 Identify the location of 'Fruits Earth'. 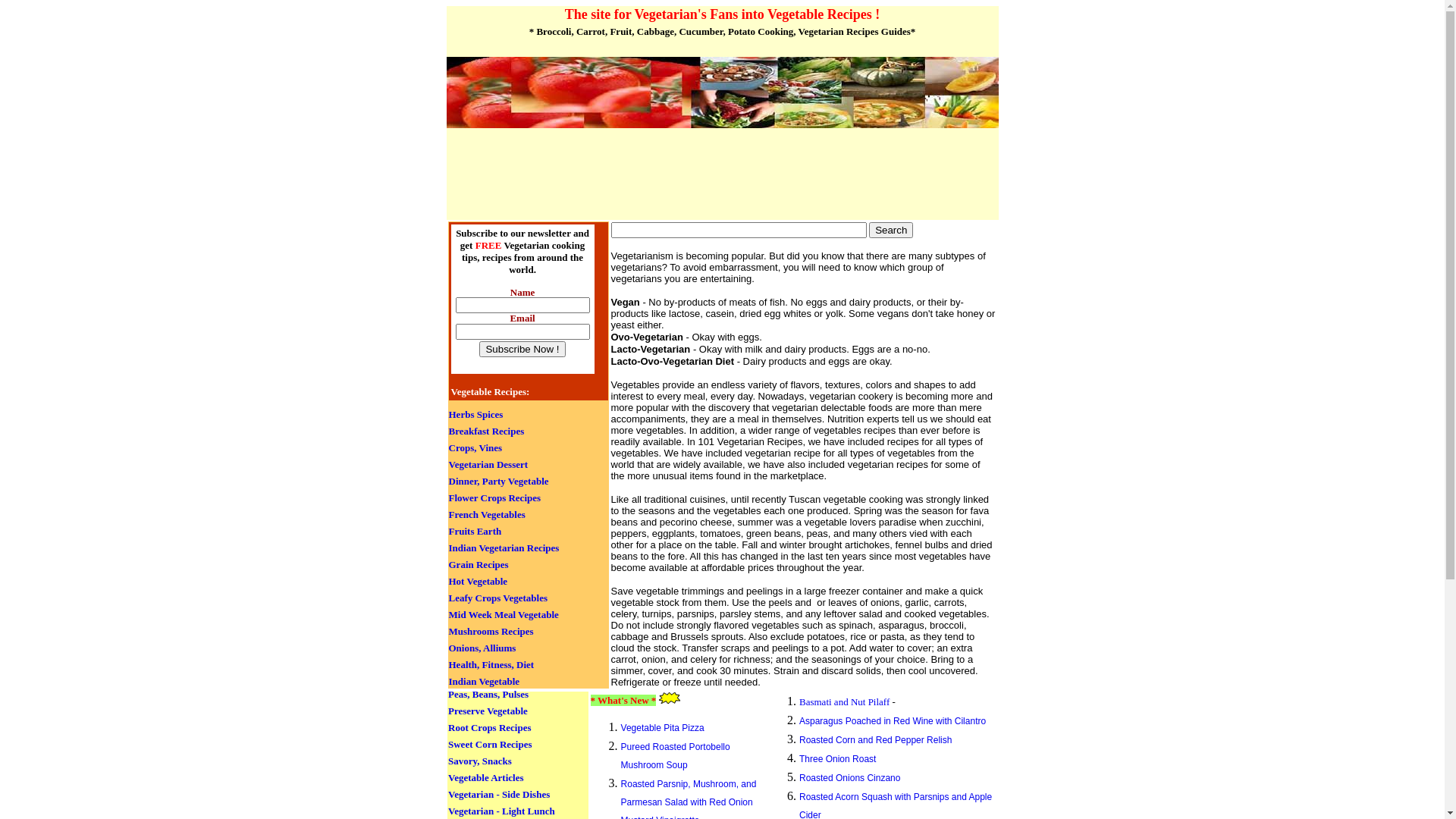
(475, 530).